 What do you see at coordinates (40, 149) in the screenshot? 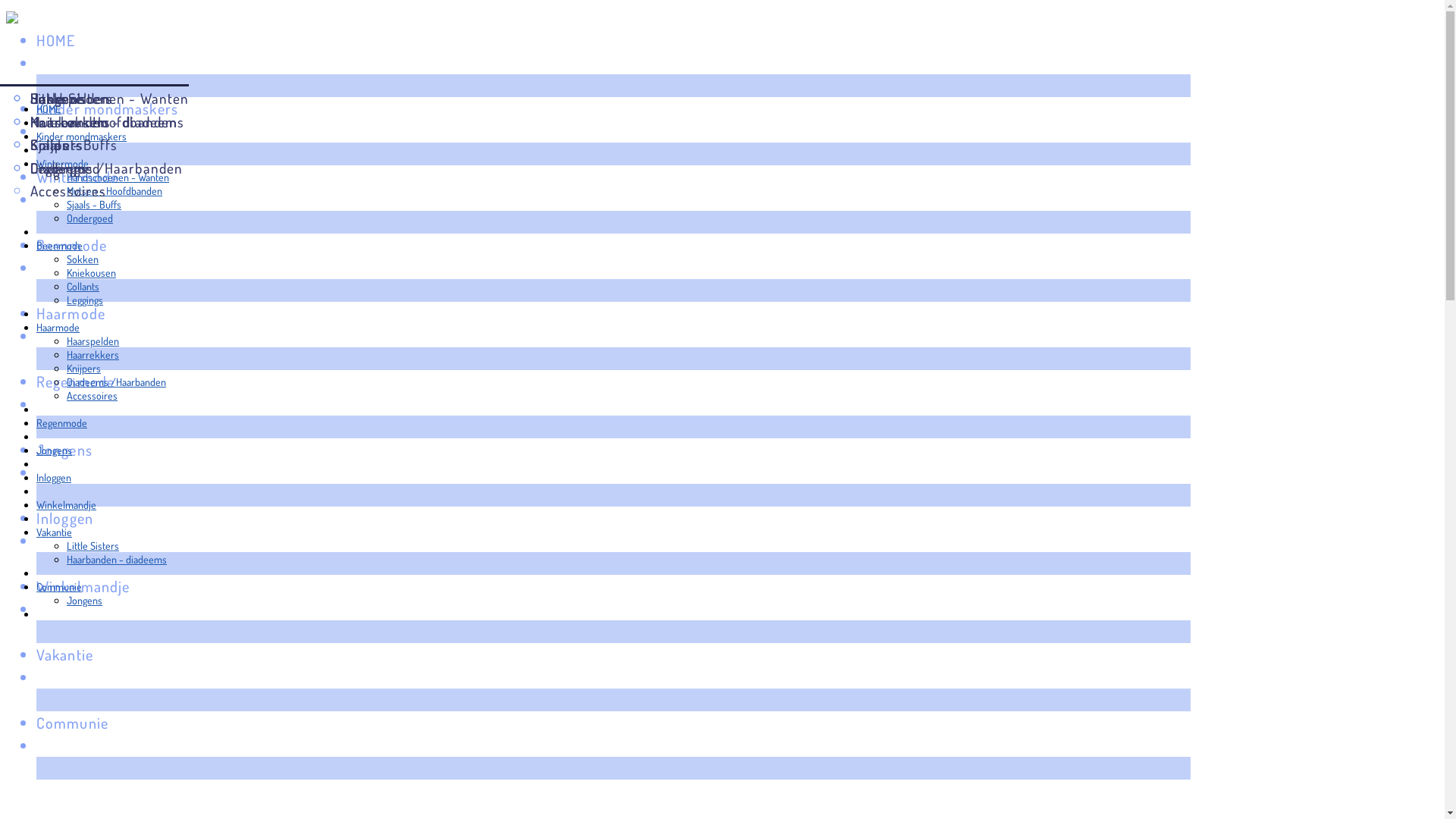
I see `' '` at bounding box center [40, 149].